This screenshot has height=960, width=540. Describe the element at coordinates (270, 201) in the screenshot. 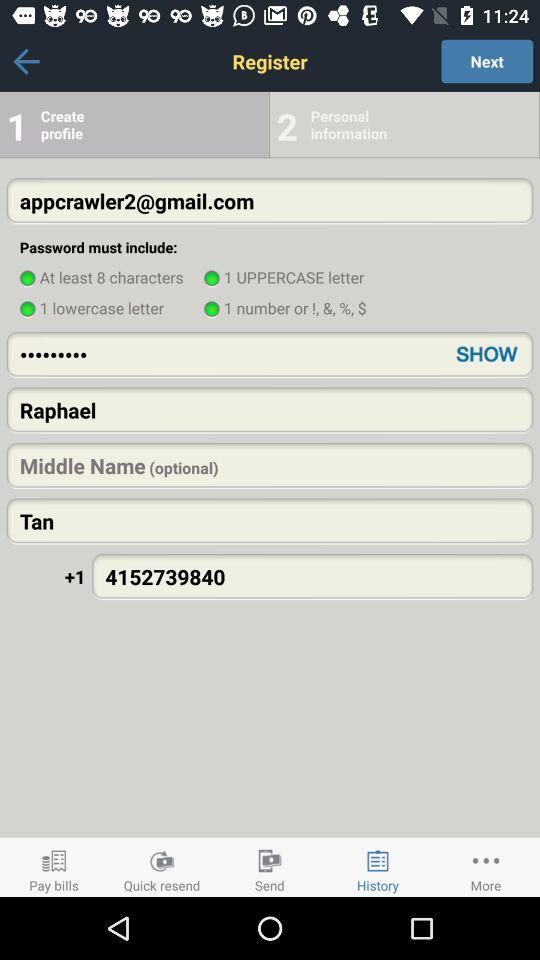

I see `the text above the text password must include` at that location.